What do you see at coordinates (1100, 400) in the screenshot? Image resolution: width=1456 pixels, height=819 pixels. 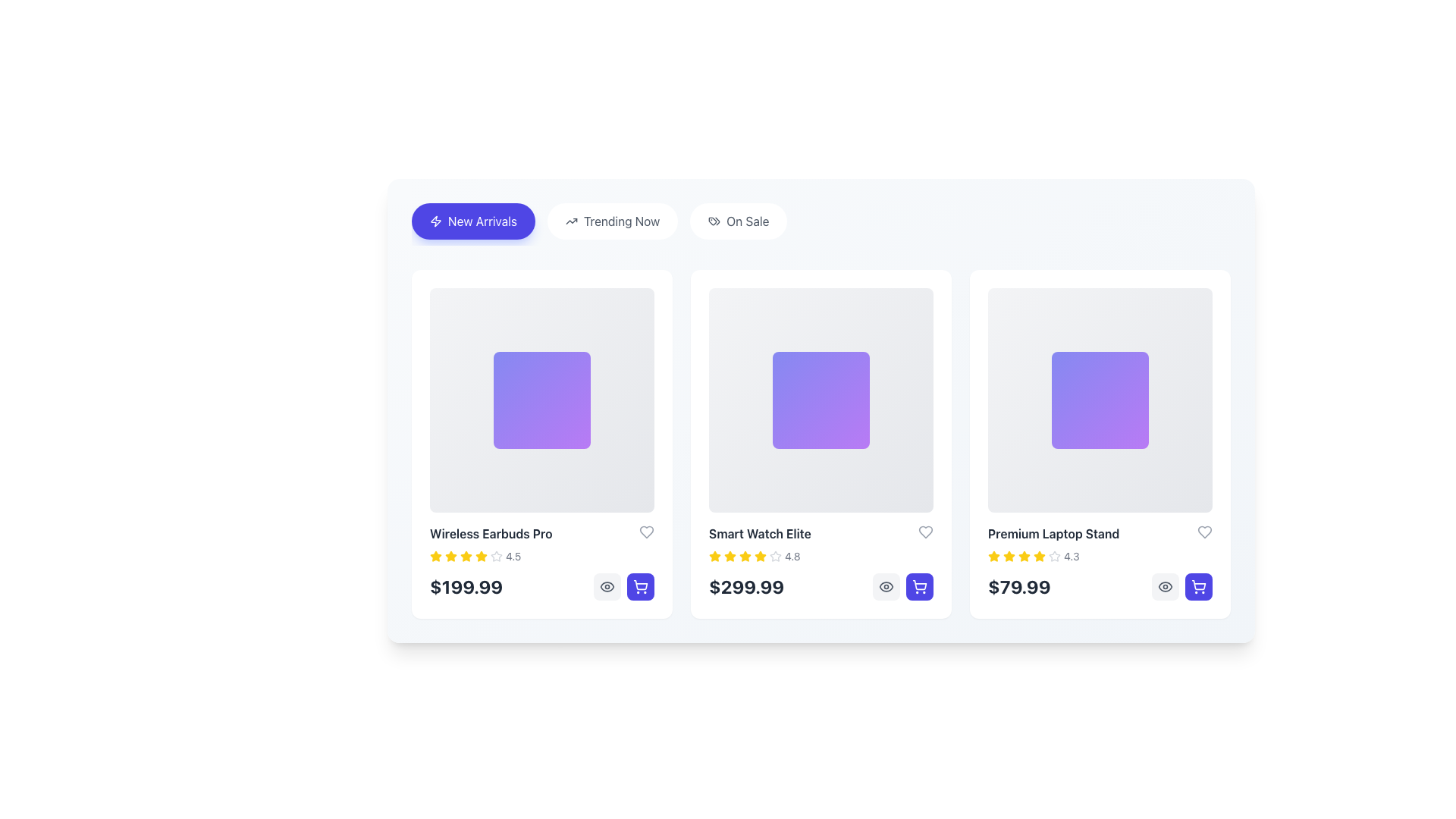 I see `the decorative visual element that emphasizes the 'Premium Laptop Stand' within its card layout, located in the bottom-right section of the grid layout` at bounding box center [1100, 400].